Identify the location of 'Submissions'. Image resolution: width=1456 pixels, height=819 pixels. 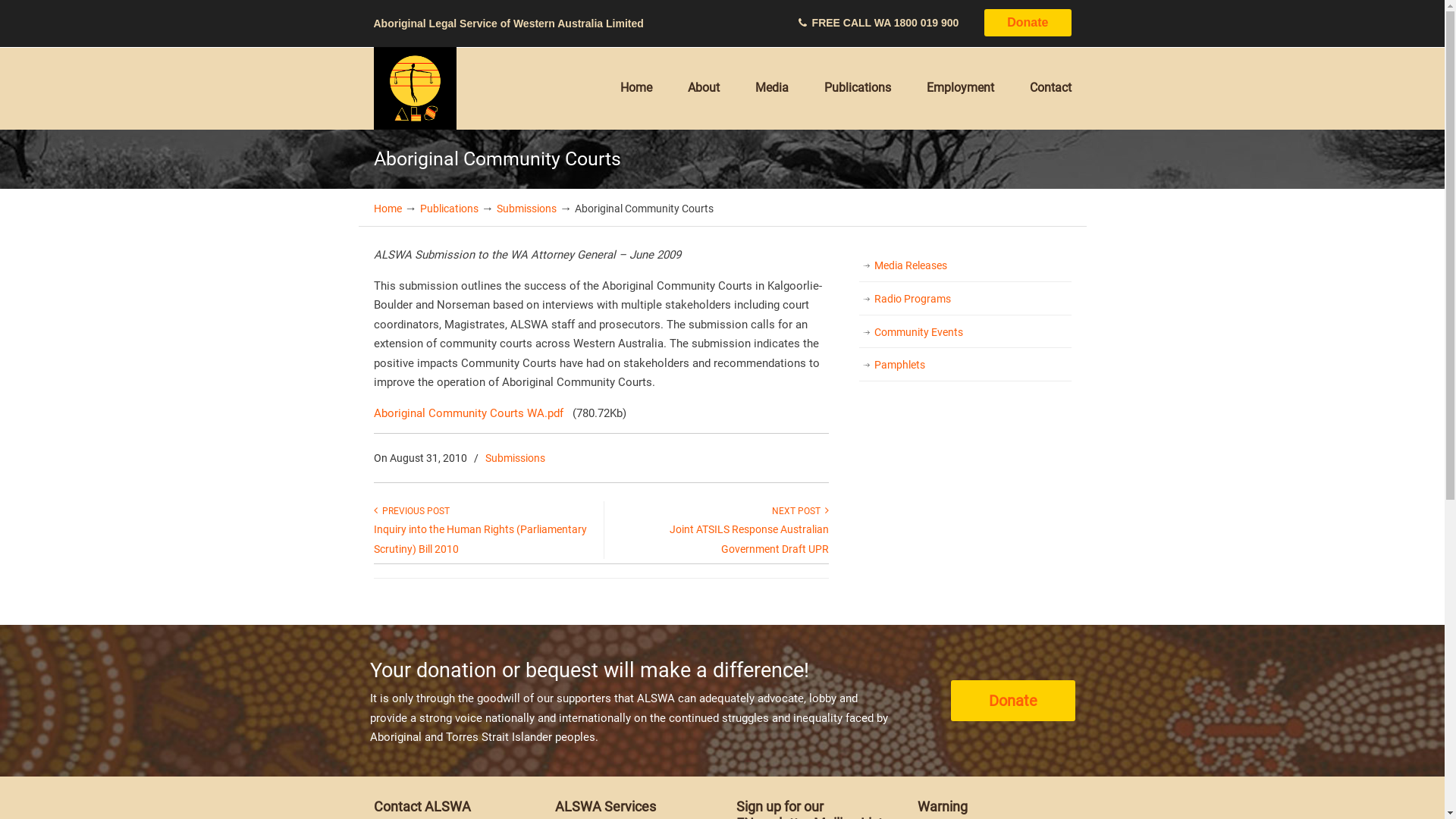
(515, 457).